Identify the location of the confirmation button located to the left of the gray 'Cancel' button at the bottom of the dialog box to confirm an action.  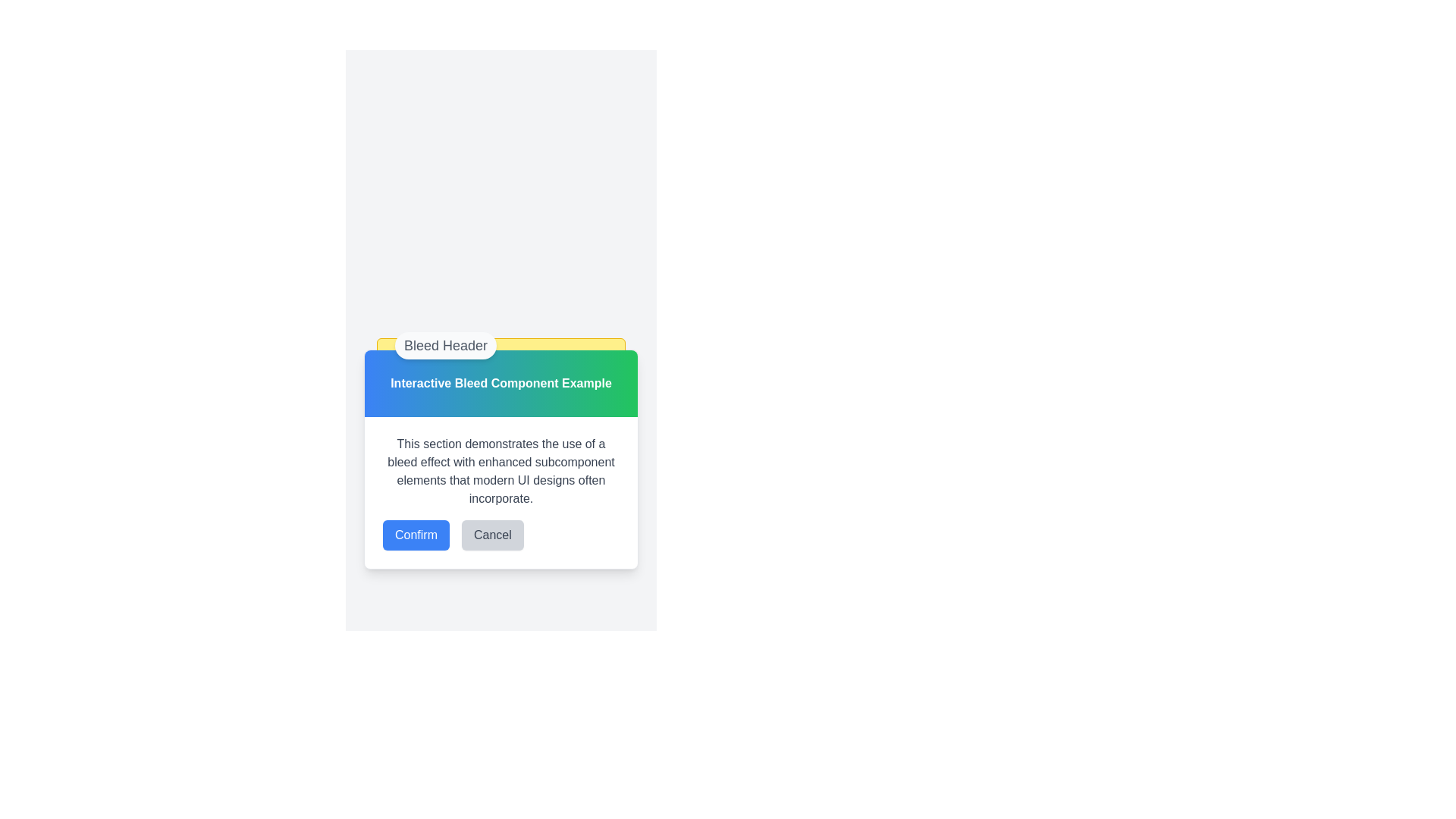
(416, 534).